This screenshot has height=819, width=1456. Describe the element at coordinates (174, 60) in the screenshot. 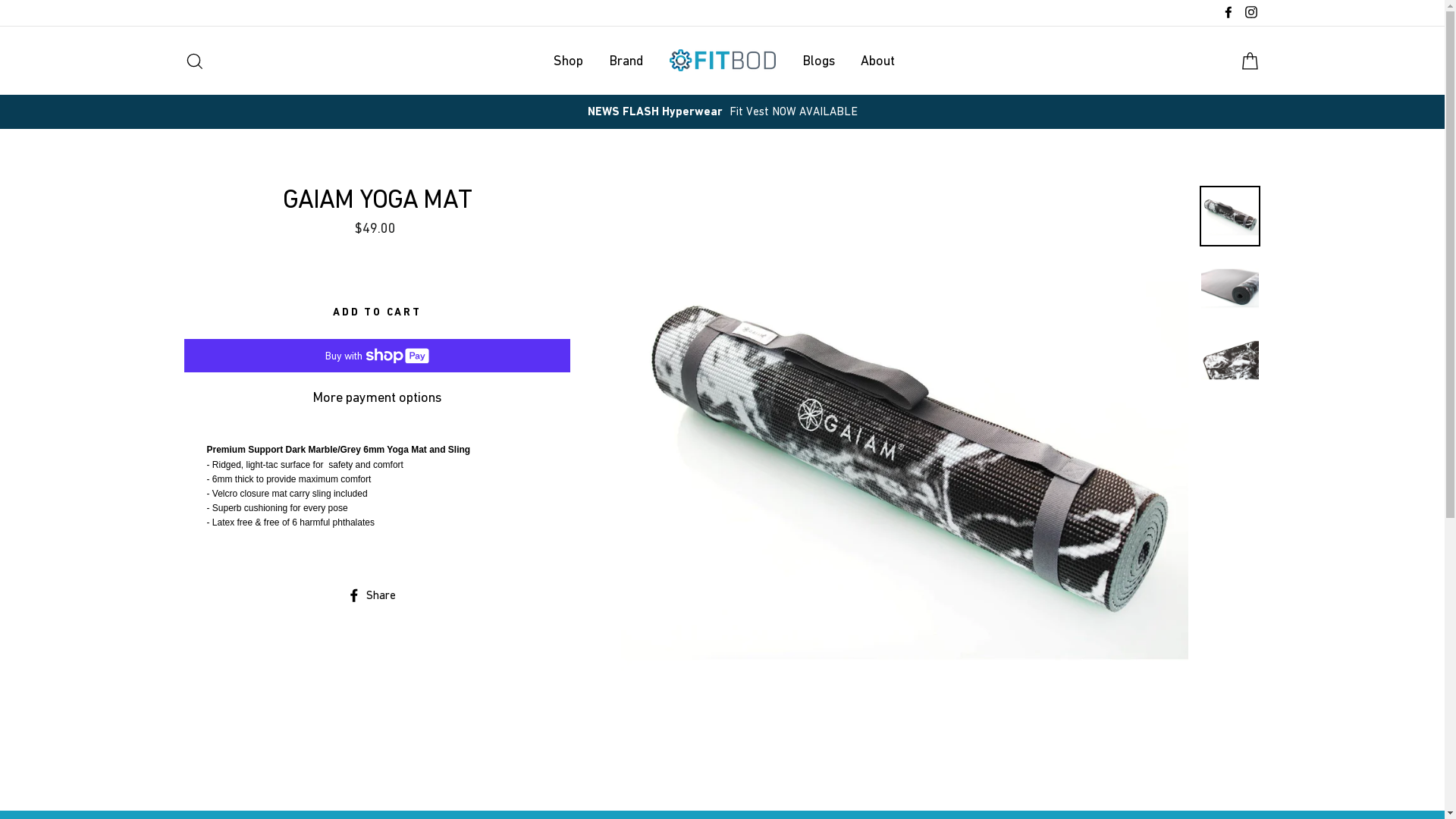

I see `'Search'` at that location.